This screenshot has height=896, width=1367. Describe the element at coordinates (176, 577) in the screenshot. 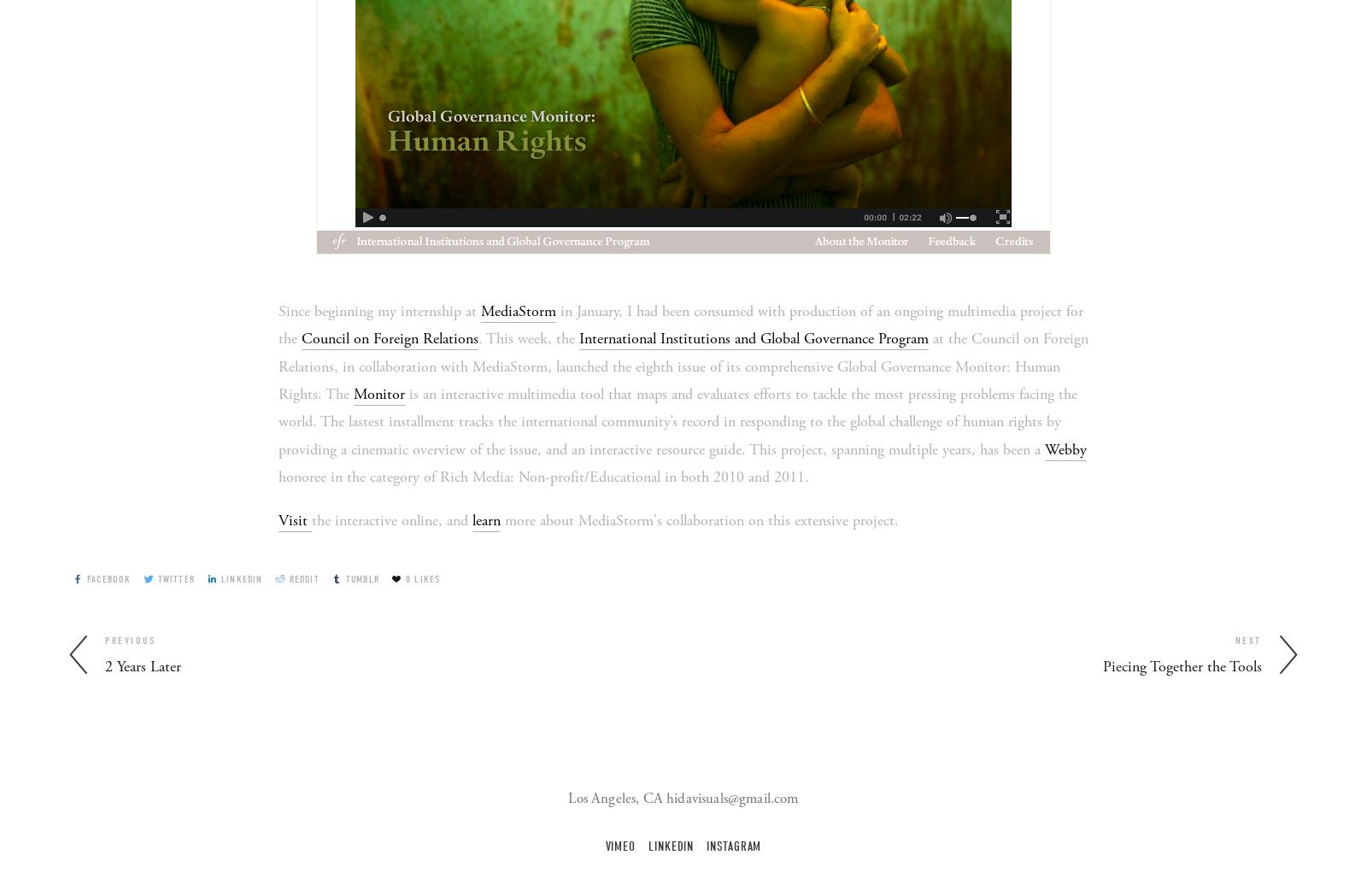

I see `'Twitter'` at that location.